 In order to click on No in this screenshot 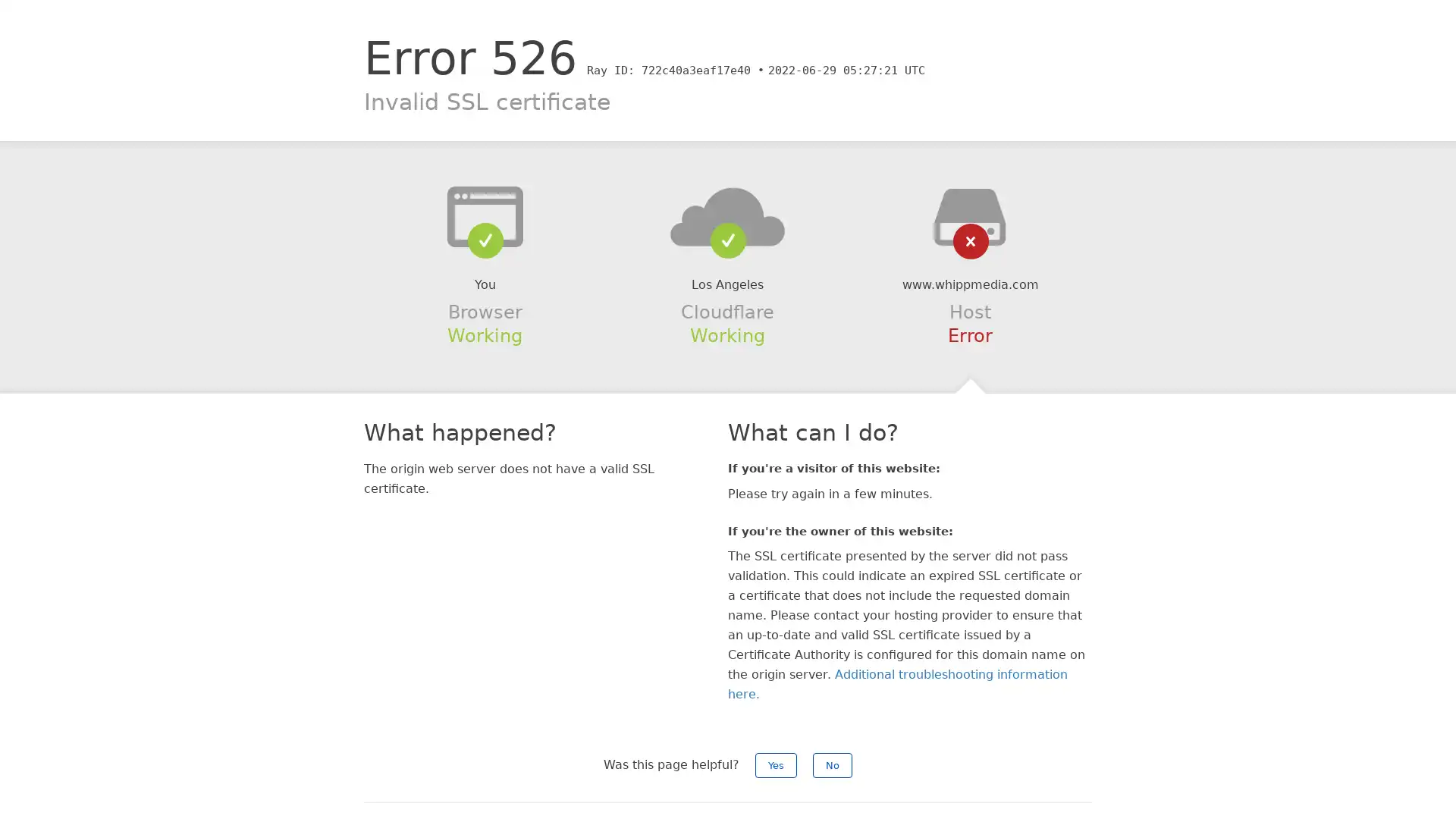, I will do `click(832, 765)`.